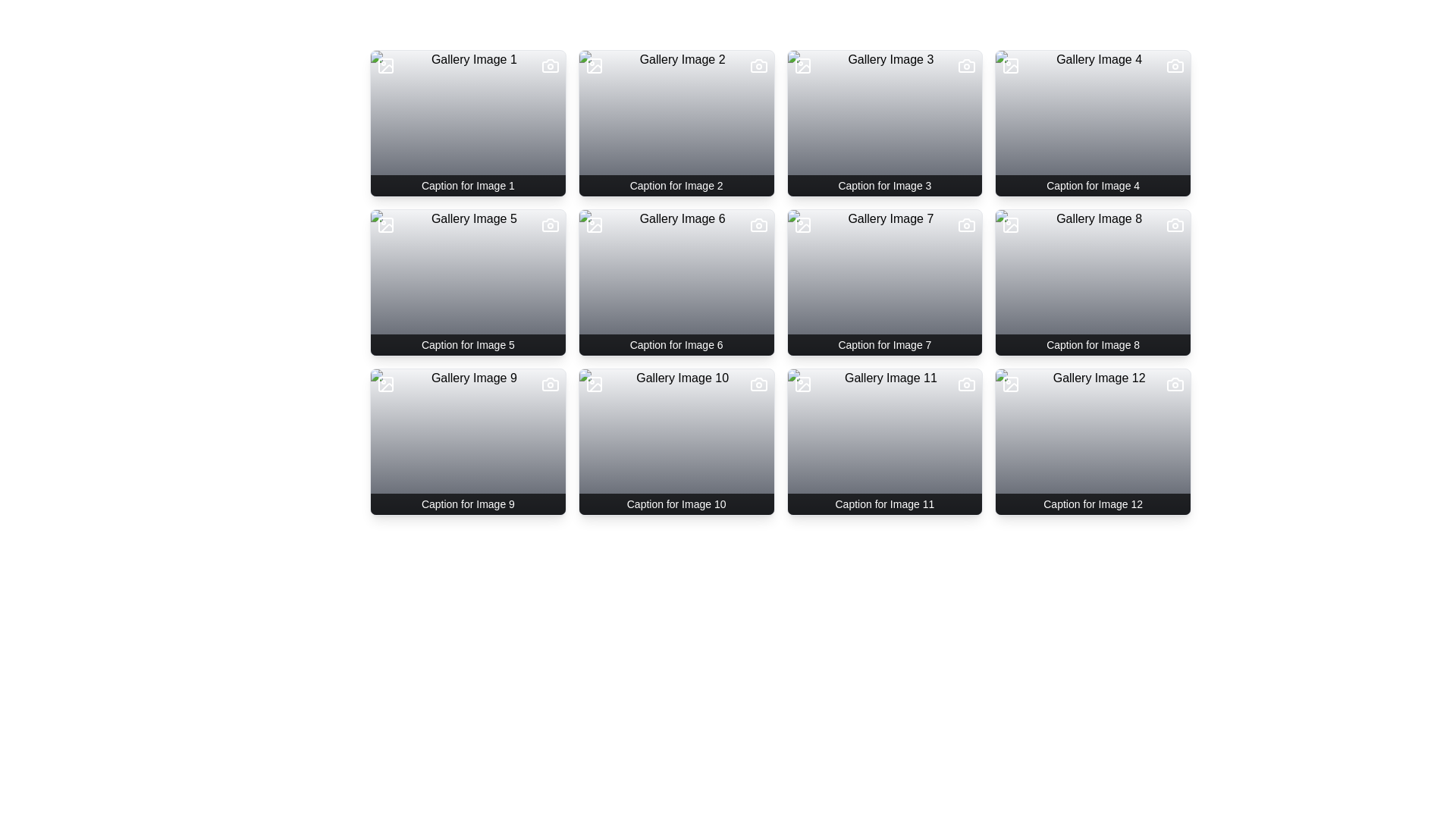 This screenshot has width=1456, height=819. What do you see at coordinates (467, 345) in the screenshot?
I see `the text label serving as a caption for the gallery image located in the bottom section of the 'Gallery Image 5' card in the second row, first column of the grid` at bounding box center [467, 345].